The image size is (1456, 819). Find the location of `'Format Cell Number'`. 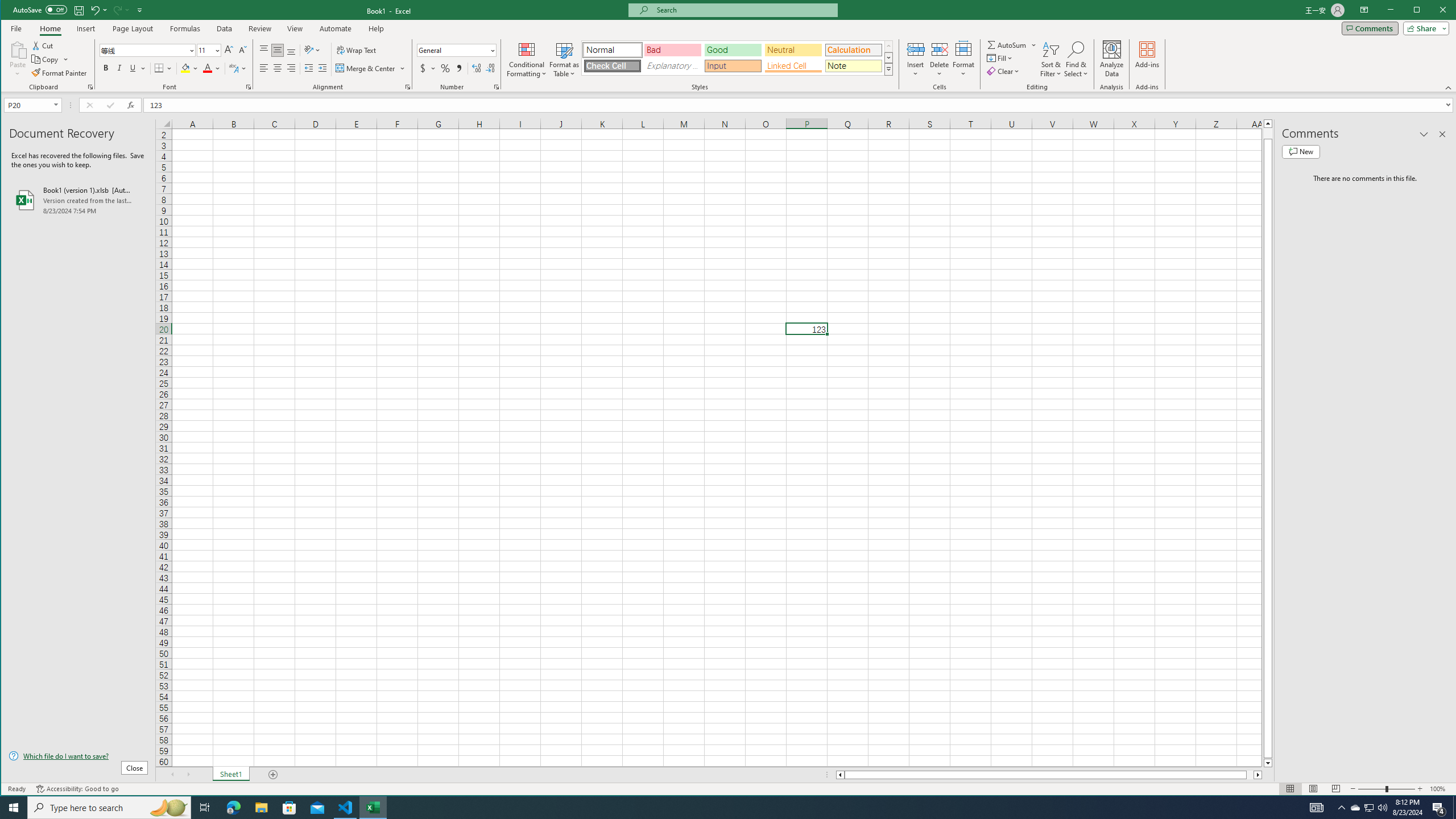

'Format Cell Number' is located at coordinates (496, 87).